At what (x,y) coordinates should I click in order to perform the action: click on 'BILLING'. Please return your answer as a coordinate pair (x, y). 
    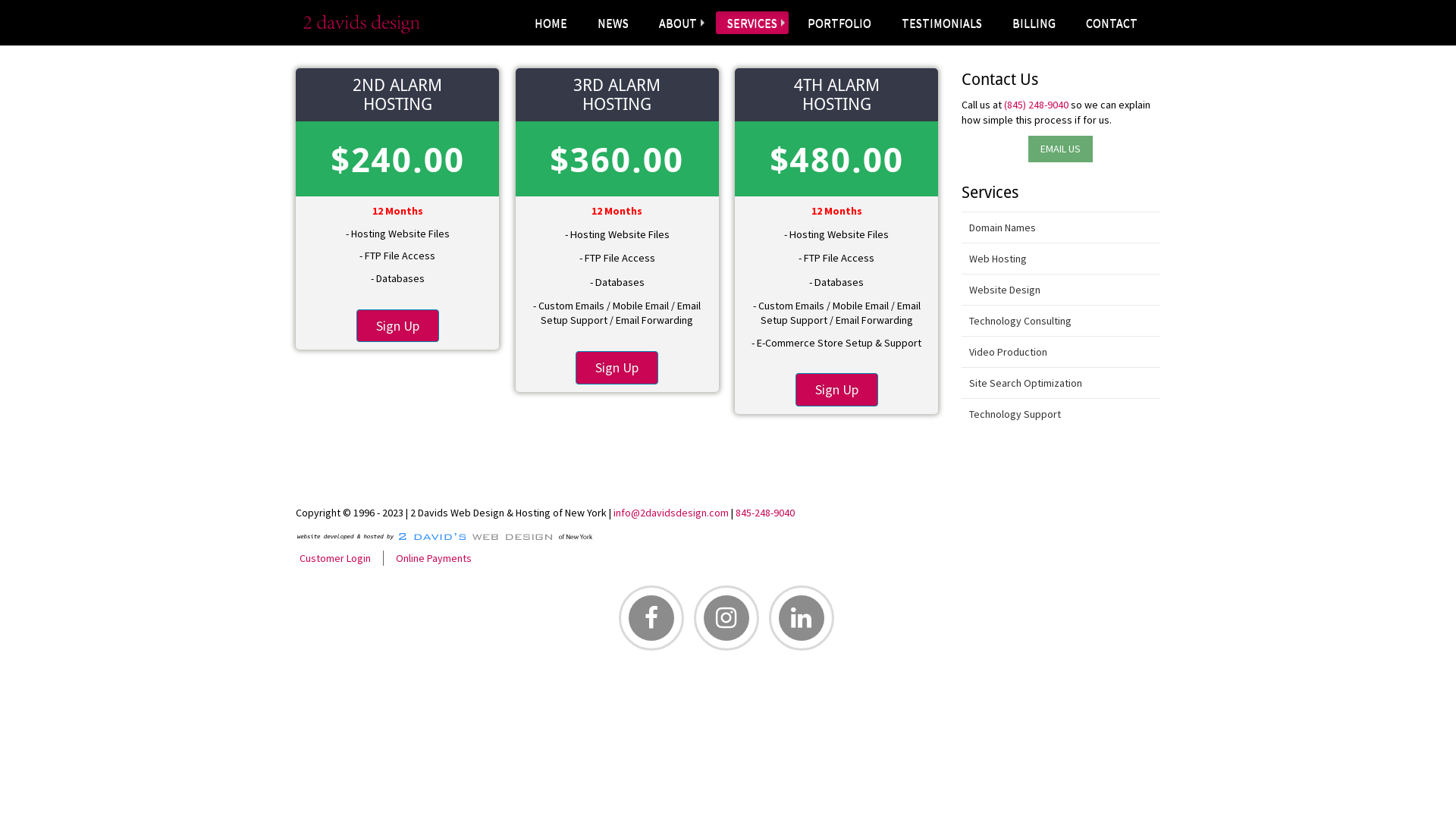
    Looking at the image, I should click on (1033, 23).